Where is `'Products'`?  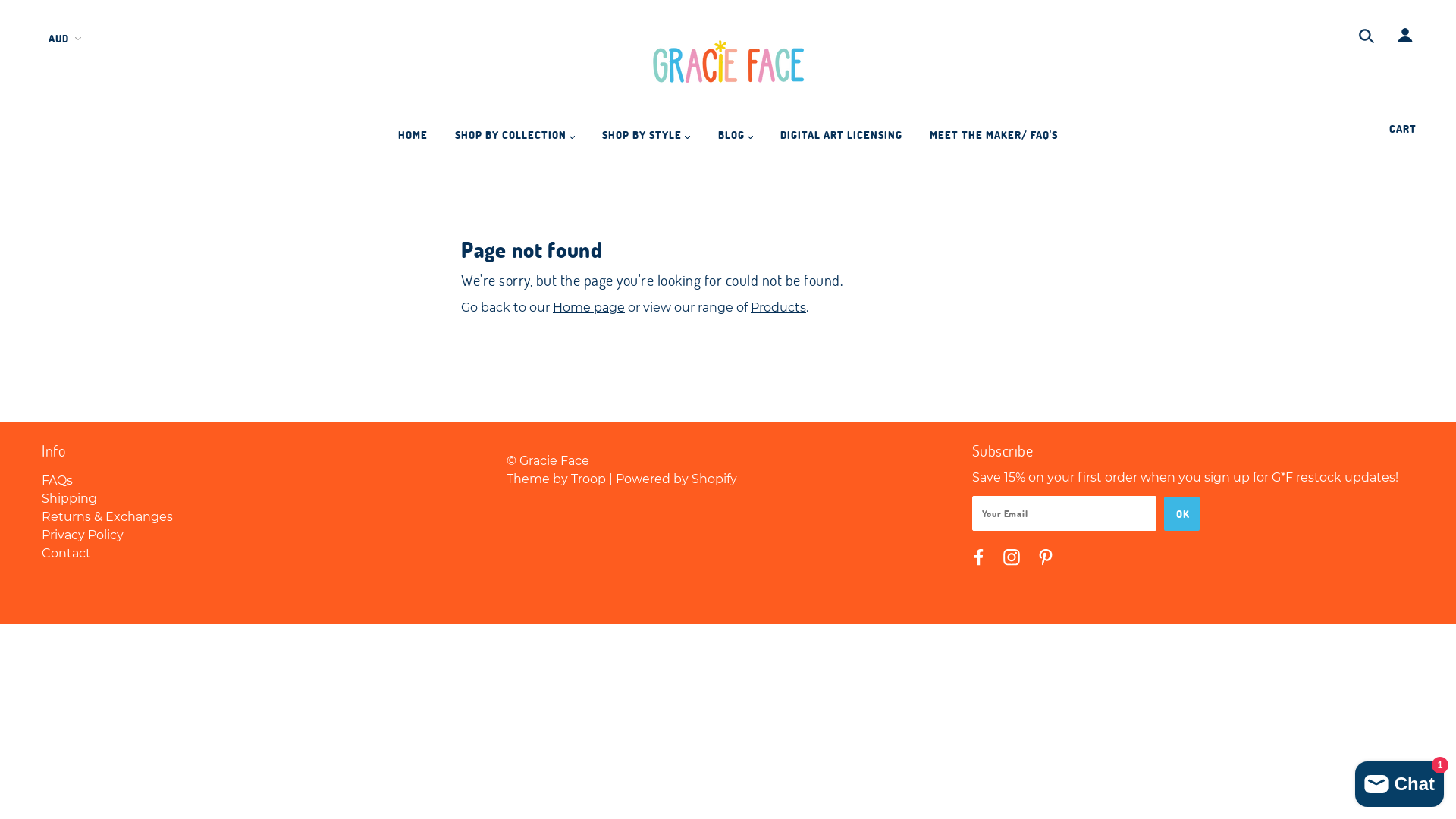 'Products' is located at coordinates (778, 307).